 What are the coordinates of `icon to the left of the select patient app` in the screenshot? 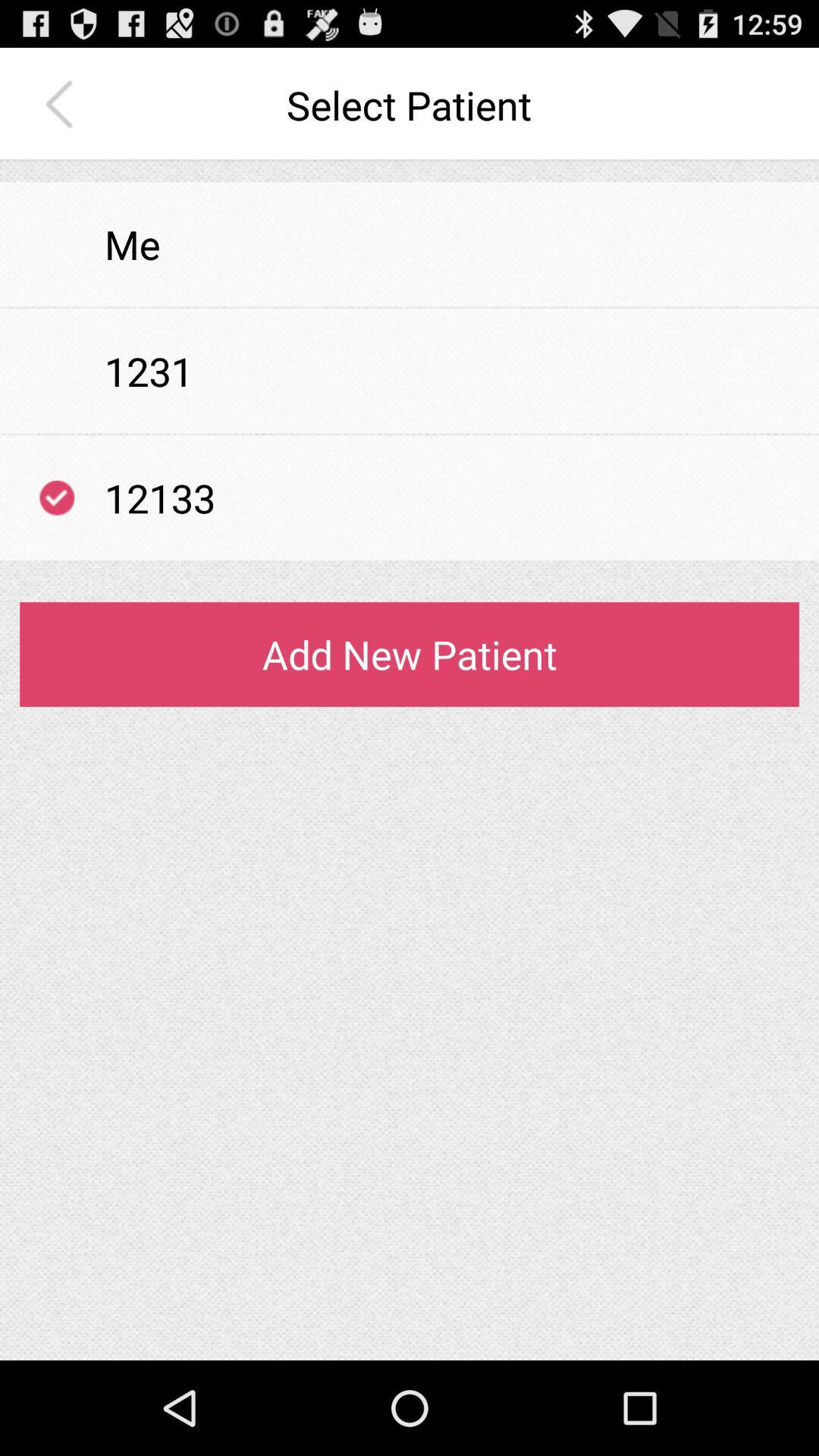 It's located at (62, 104).